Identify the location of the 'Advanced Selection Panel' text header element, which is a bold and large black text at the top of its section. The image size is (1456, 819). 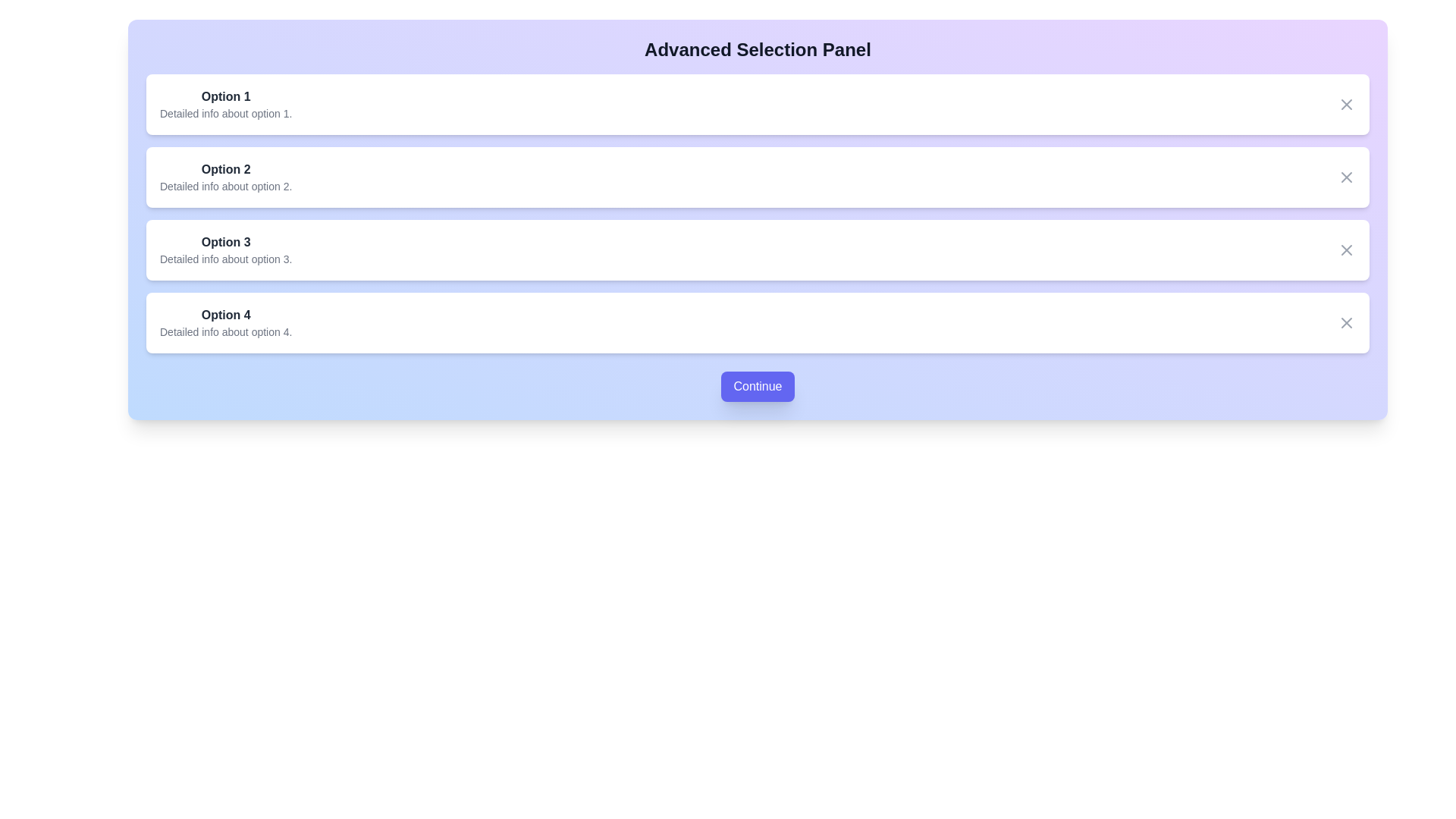
(758, 49).